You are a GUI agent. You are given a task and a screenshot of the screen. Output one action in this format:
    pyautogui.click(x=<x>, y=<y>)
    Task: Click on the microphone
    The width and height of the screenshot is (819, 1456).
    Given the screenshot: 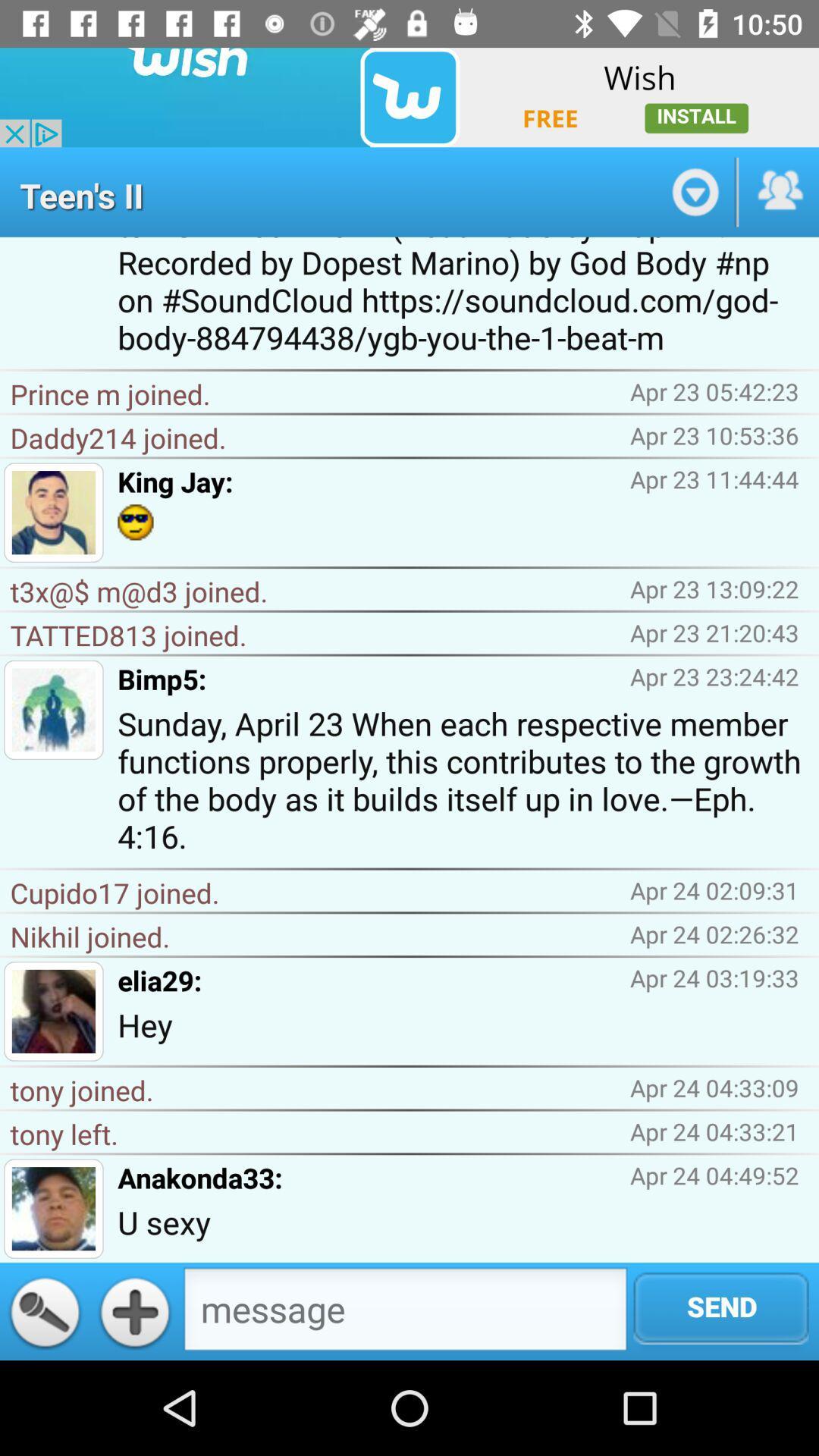 What is the action you would take?
    pyautogui.click(x=44, y=1310)
    